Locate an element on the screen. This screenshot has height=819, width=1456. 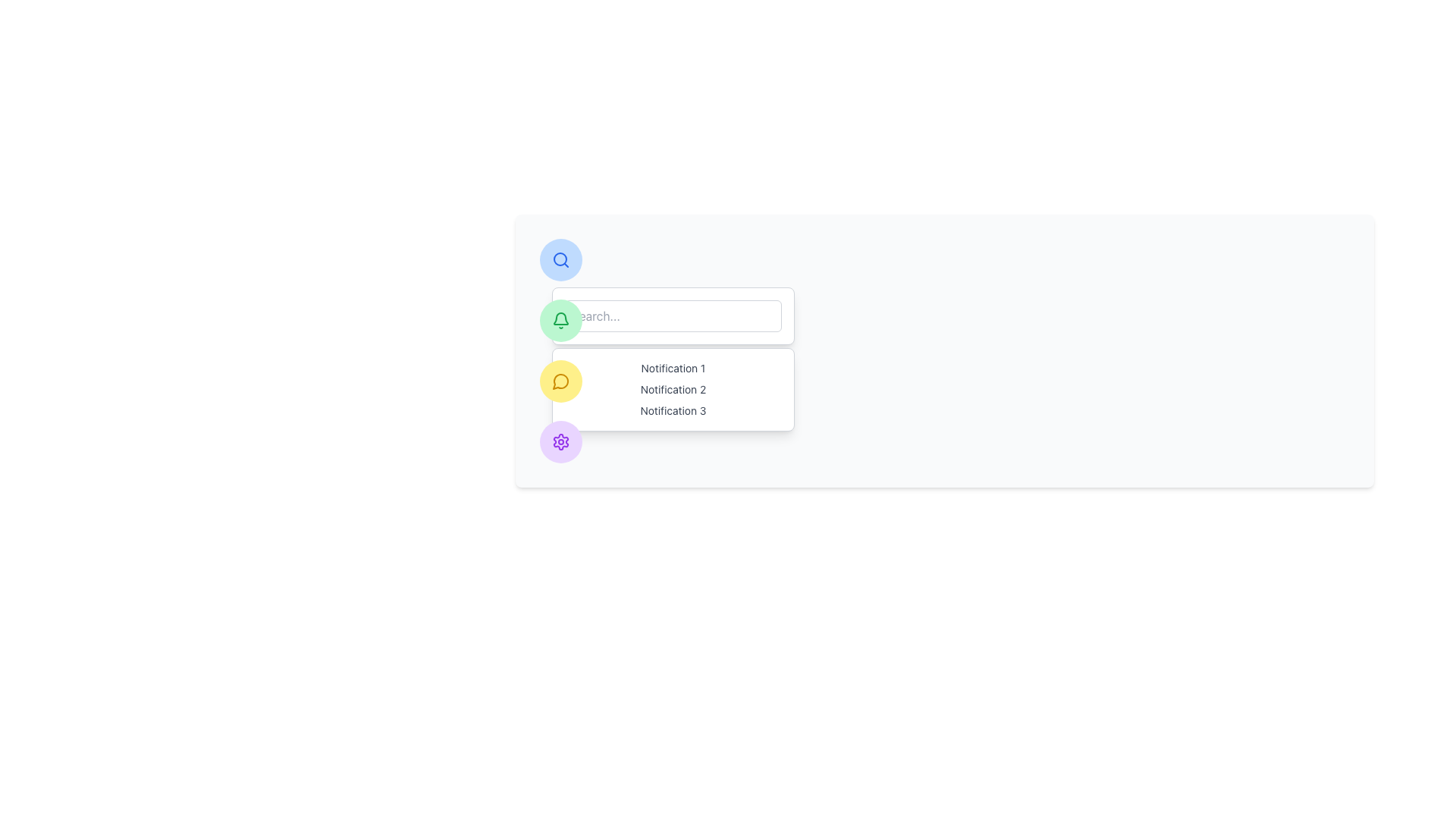
the settings icon represented by a cogwheel at the bottom right corner of the navigation column is located at coordinates (560, 441).